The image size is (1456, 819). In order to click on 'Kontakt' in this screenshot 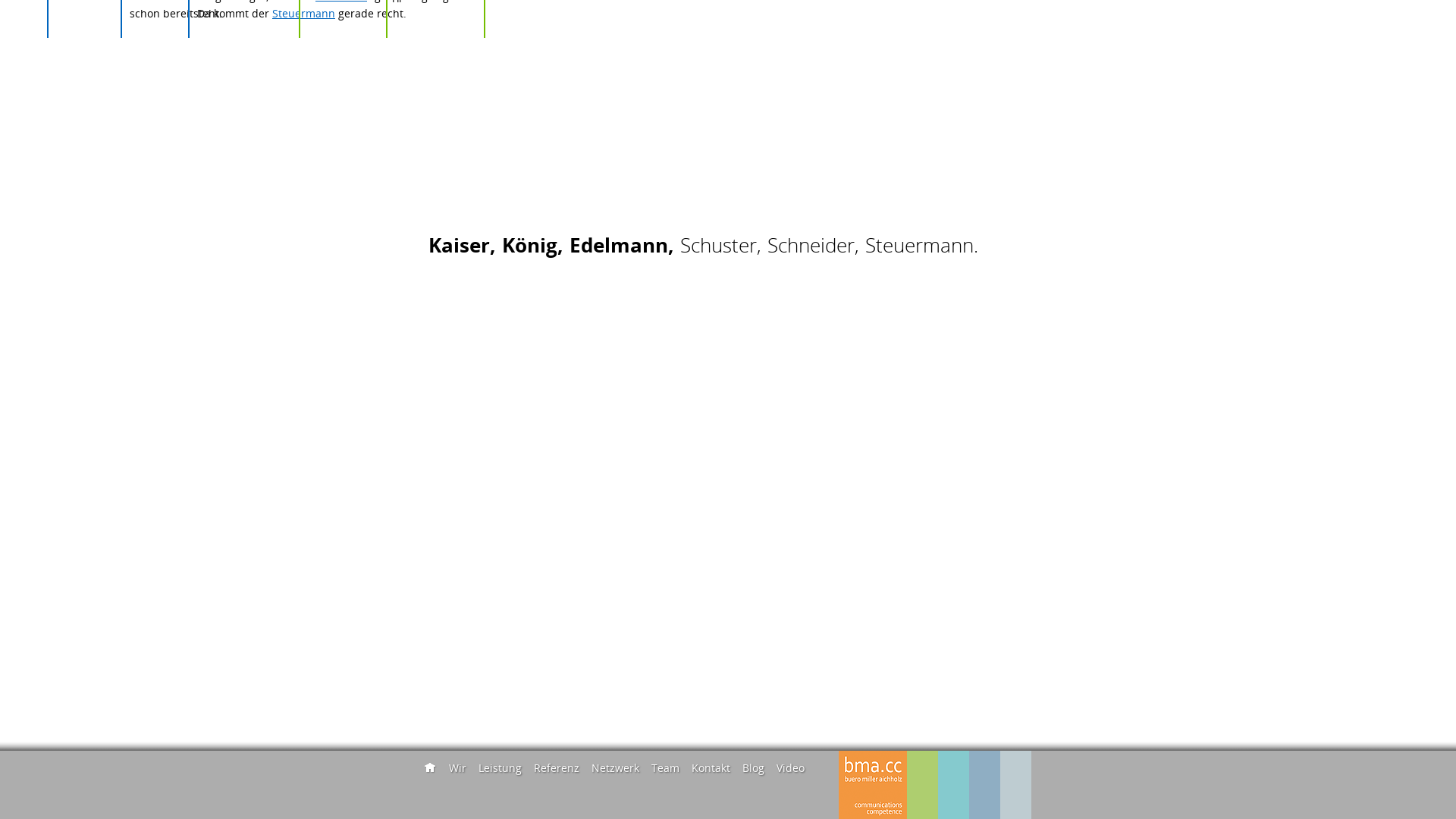, I will do `click(710, 767)`.